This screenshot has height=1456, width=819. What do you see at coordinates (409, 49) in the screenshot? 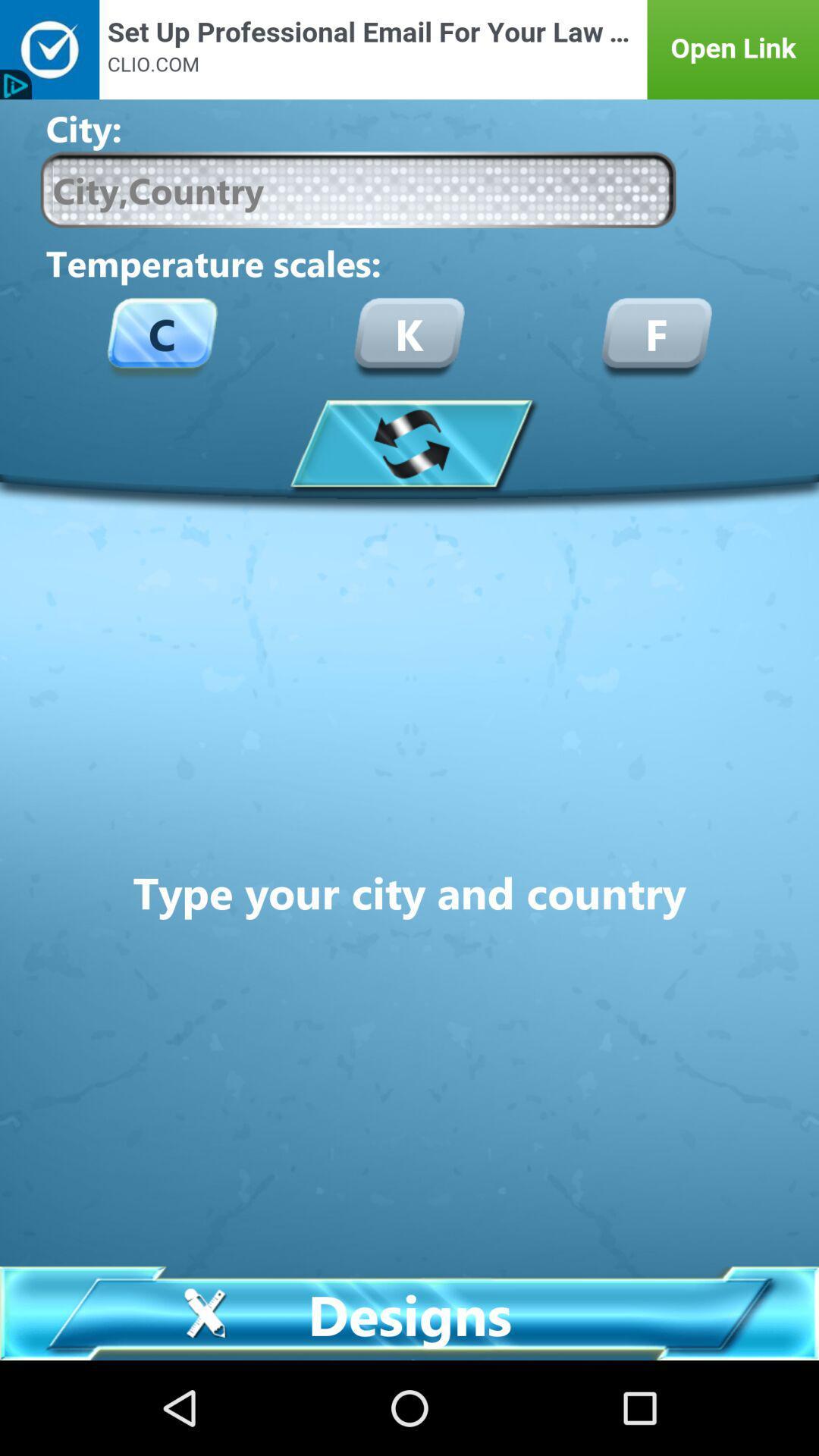
I see `access advertisement` at bounding box center [409, 49].